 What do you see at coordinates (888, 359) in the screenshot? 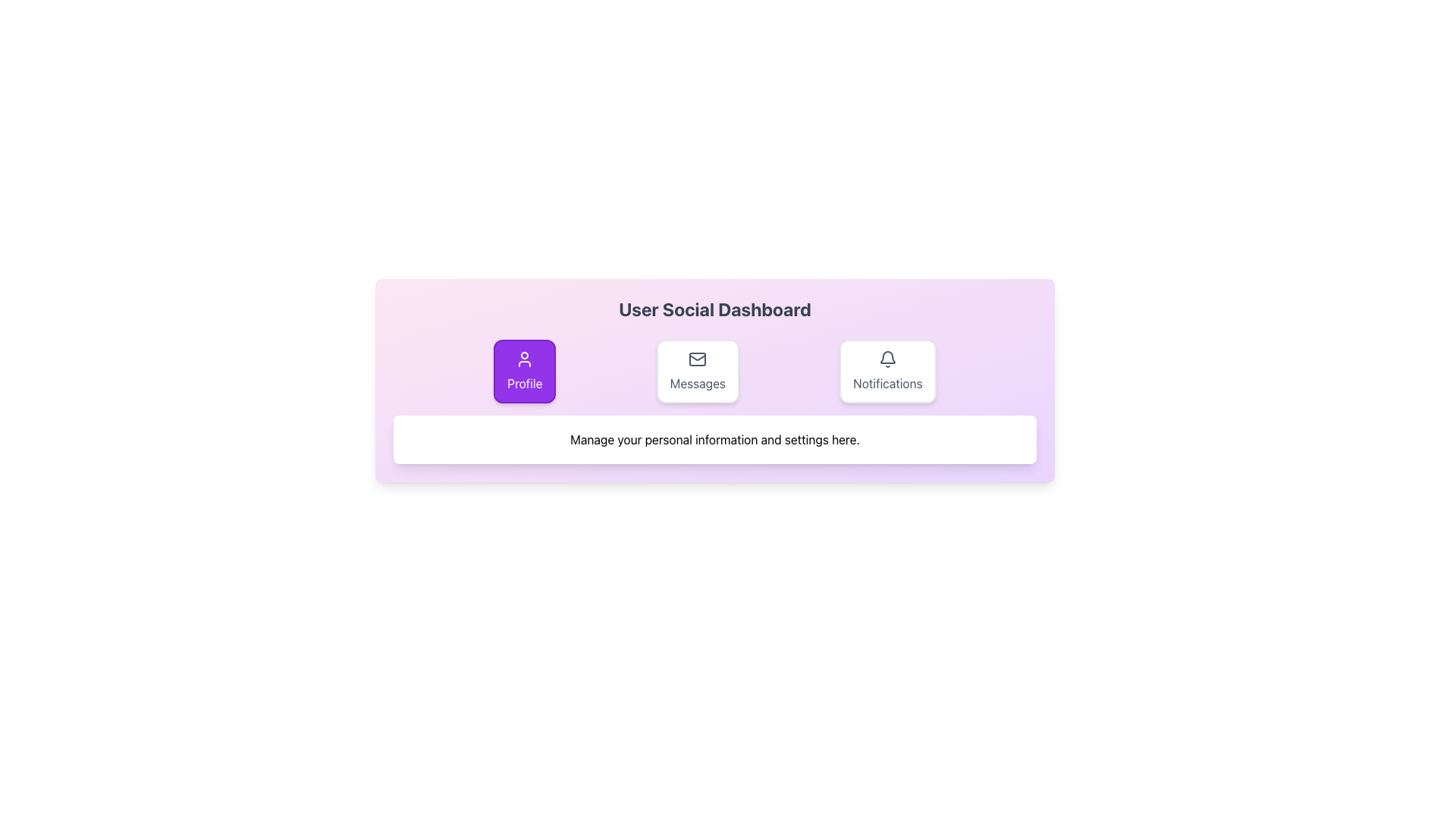
I see `the bell-shaped notification icon, which is located at the top of the 'Notifications' card in the rightmost section of the layout` at bounding box center [888, 359].